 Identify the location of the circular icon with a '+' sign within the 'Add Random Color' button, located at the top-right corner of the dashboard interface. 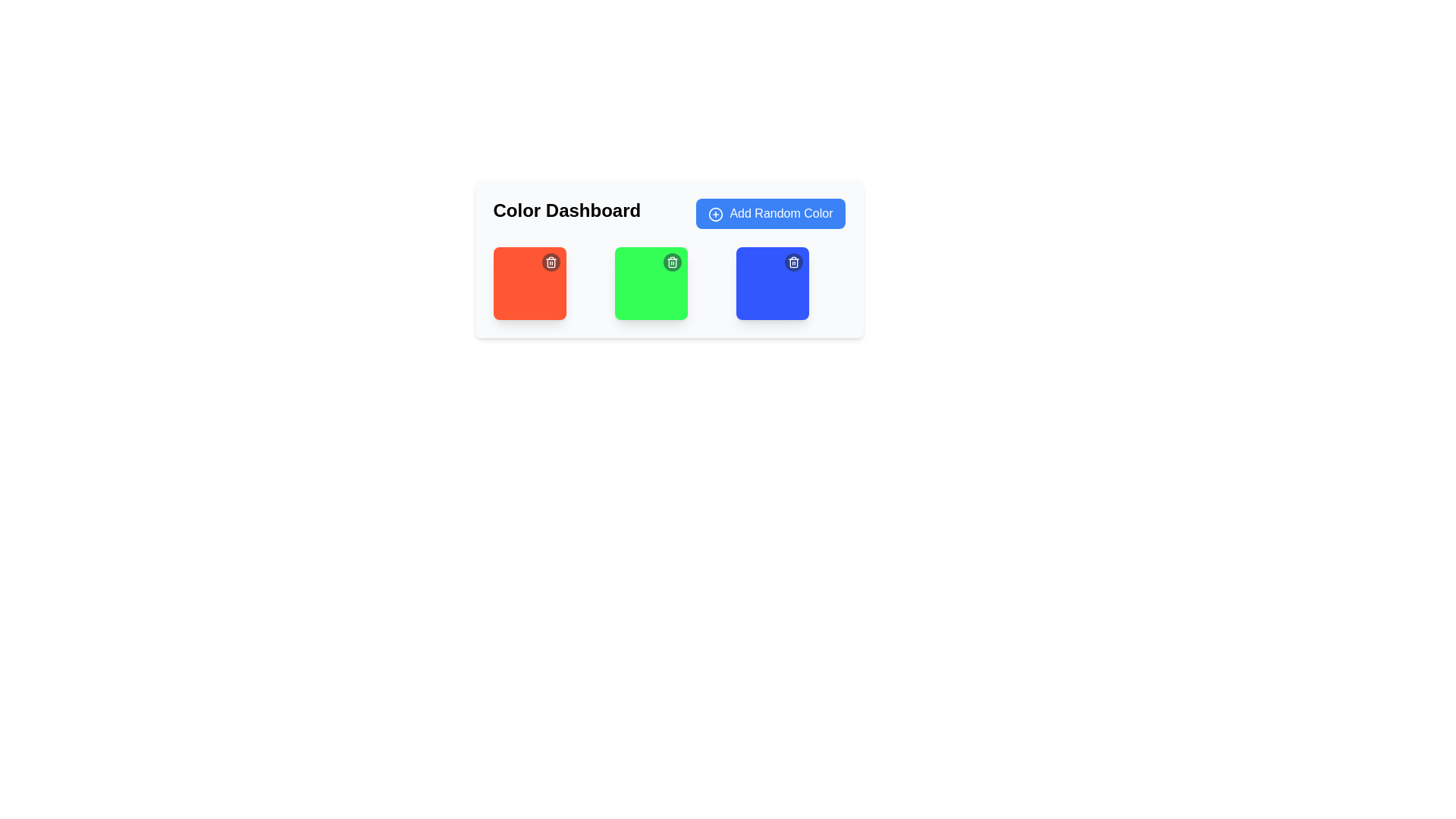
(715, 214).